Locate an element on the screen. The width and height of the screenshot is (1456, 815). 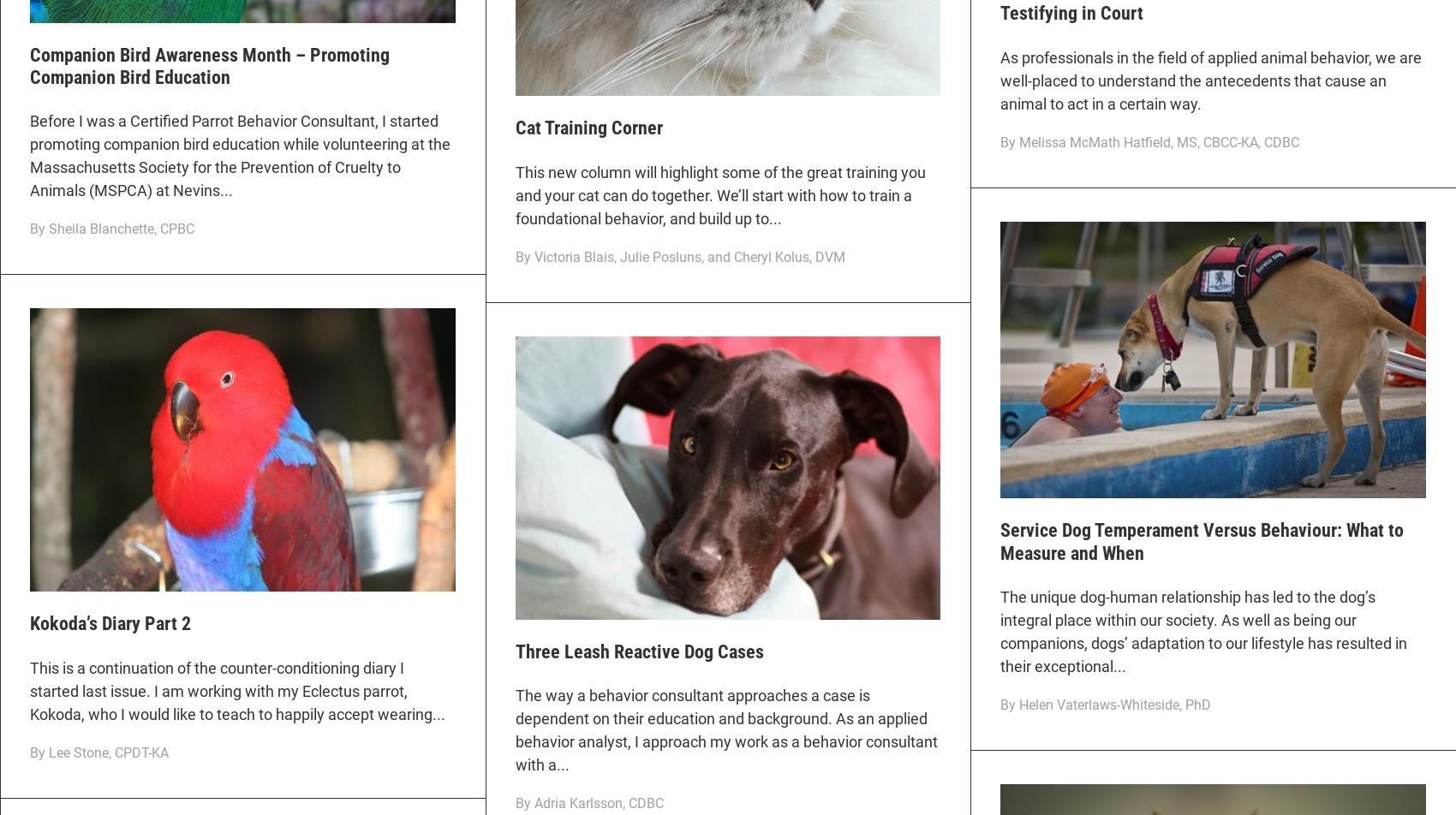
'By  Adria Karlsson, CDBC' is located at coordinates (588, 803).